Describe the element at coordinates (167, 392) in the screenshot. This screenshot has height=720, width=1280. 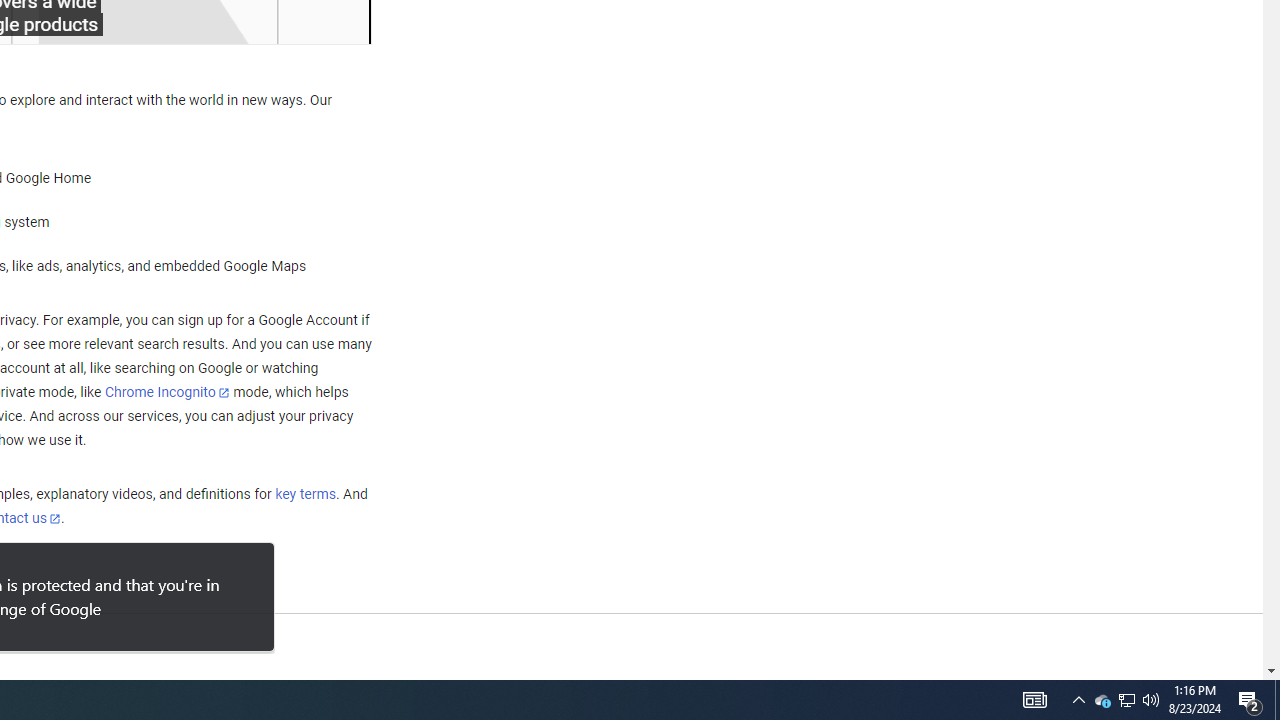
I see `'Chrome Incognito'` at that location.